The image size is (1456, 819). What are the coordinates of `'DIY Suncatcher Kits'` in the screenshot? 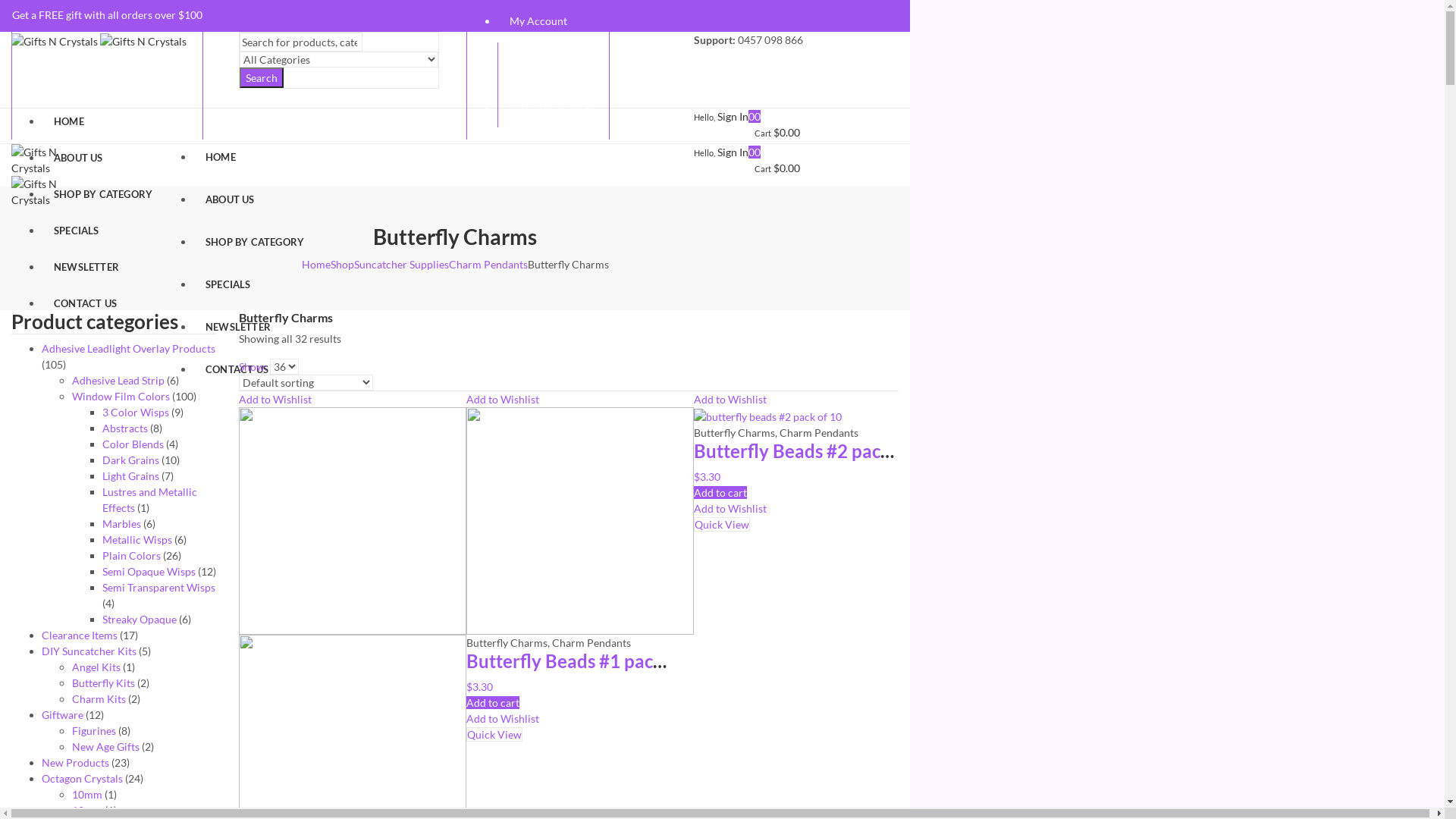 It's located at (88, 650).